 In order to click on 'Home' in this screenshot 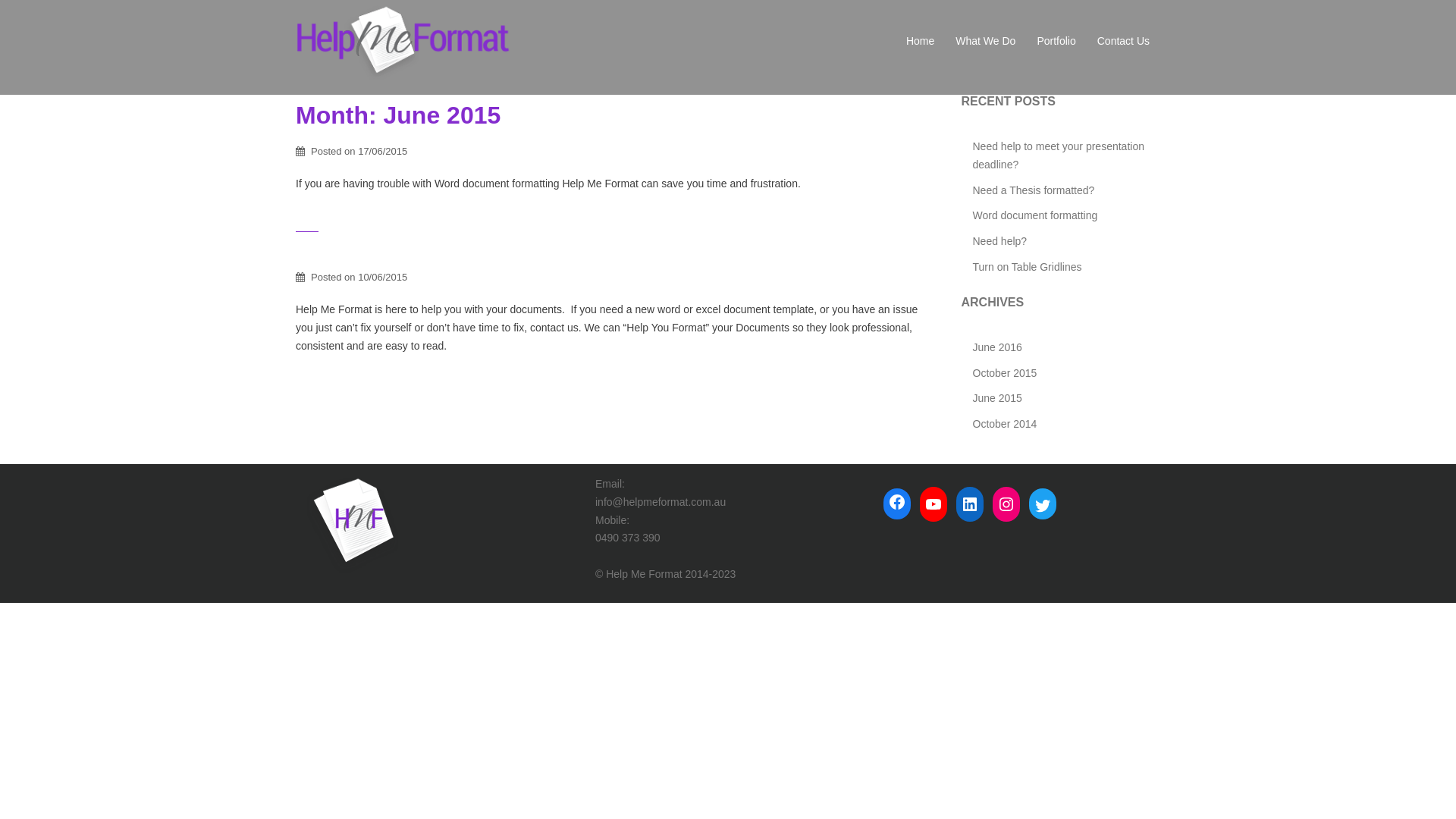, I will do `click(919, 40)`.